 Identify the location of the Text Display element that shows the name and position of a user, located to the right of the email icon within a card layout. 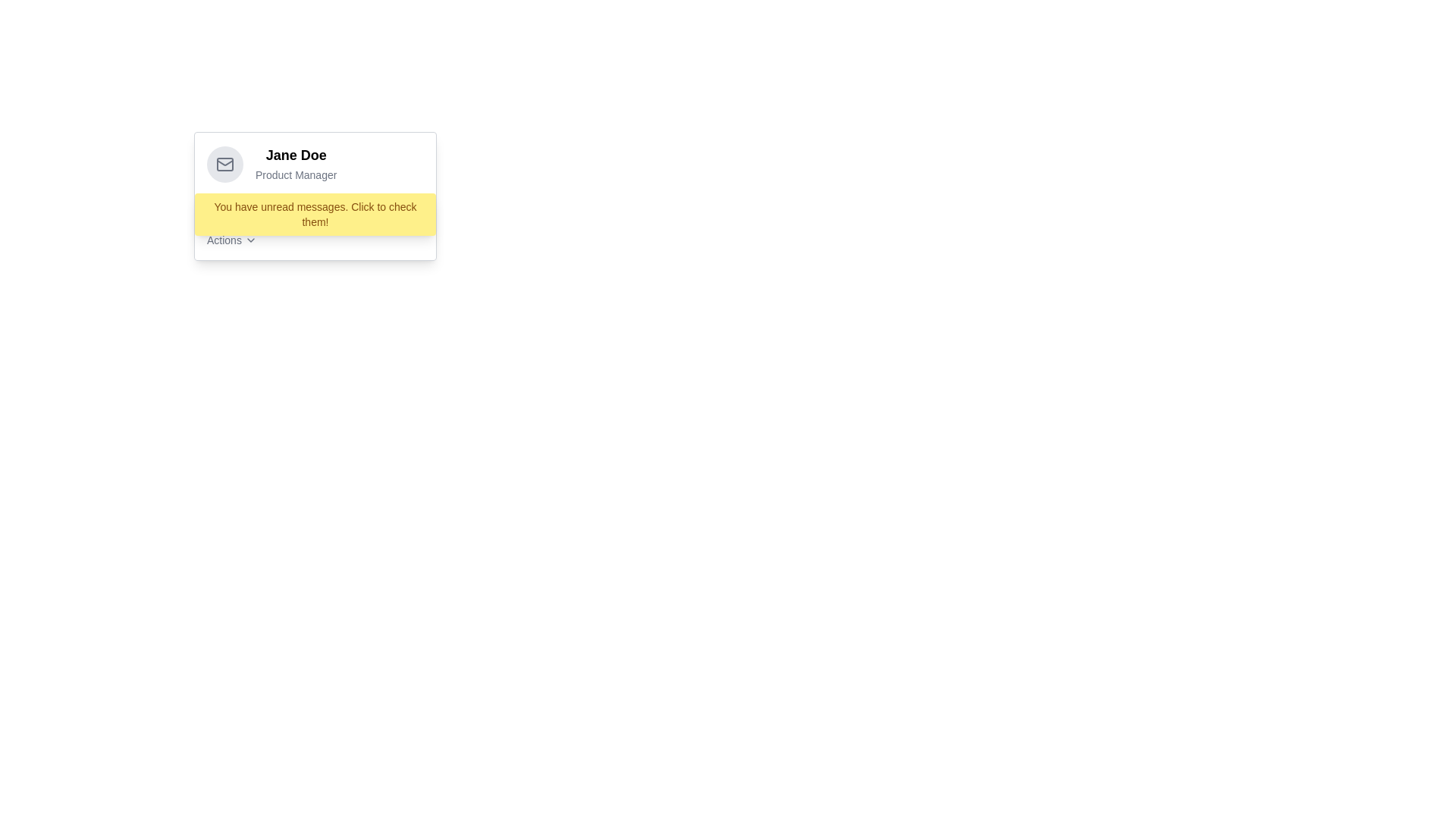
(296, 164).